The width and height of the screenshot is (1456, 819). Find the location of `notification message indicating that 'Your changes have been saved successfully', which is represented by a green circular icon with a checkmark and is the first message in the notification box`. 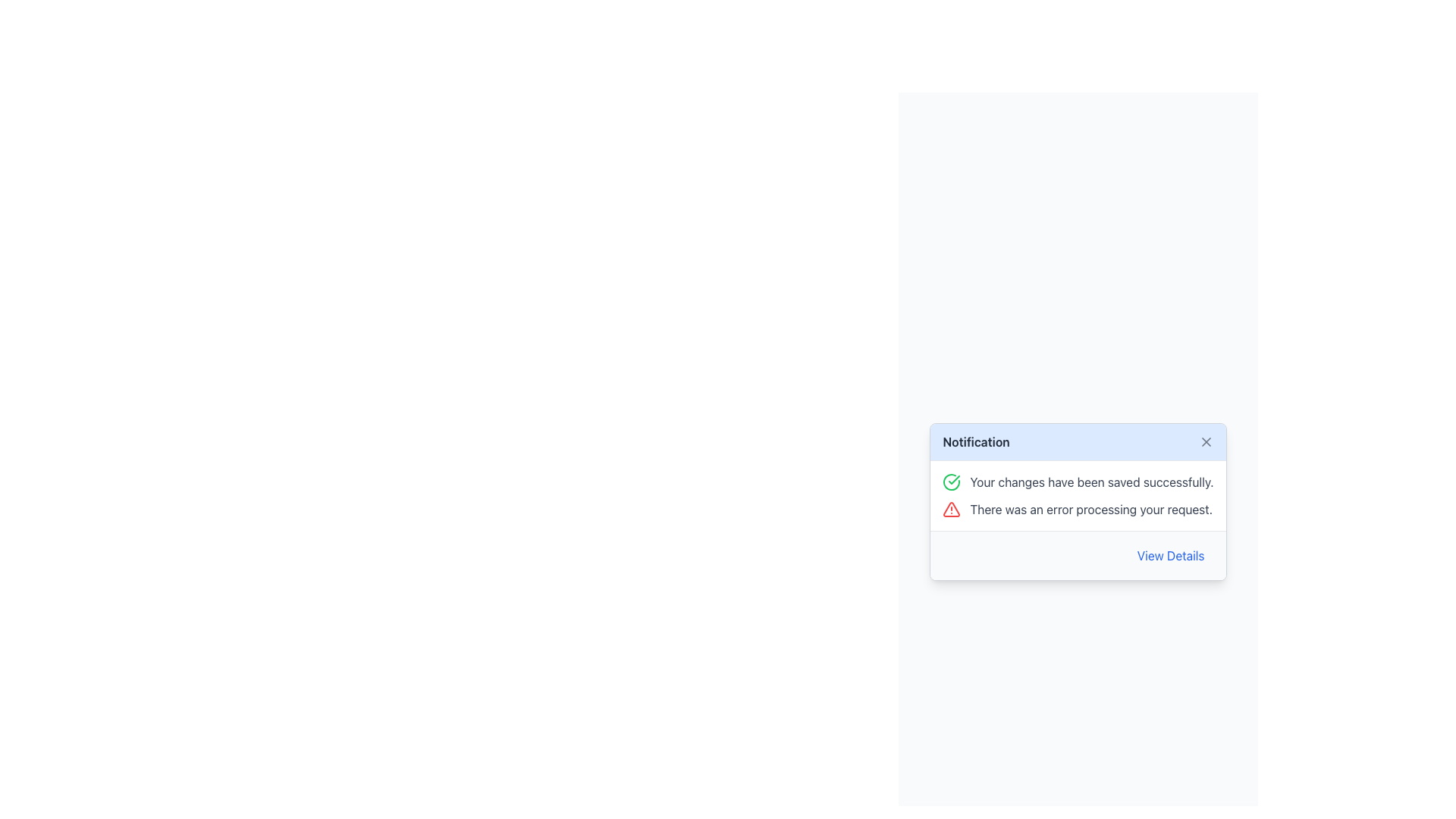

notification message indicating that 'Your changes have been saved successfully', which is represented by a green circular icon with a checkmark and is the first message in the notification box is located at coordinates (1077, 482).